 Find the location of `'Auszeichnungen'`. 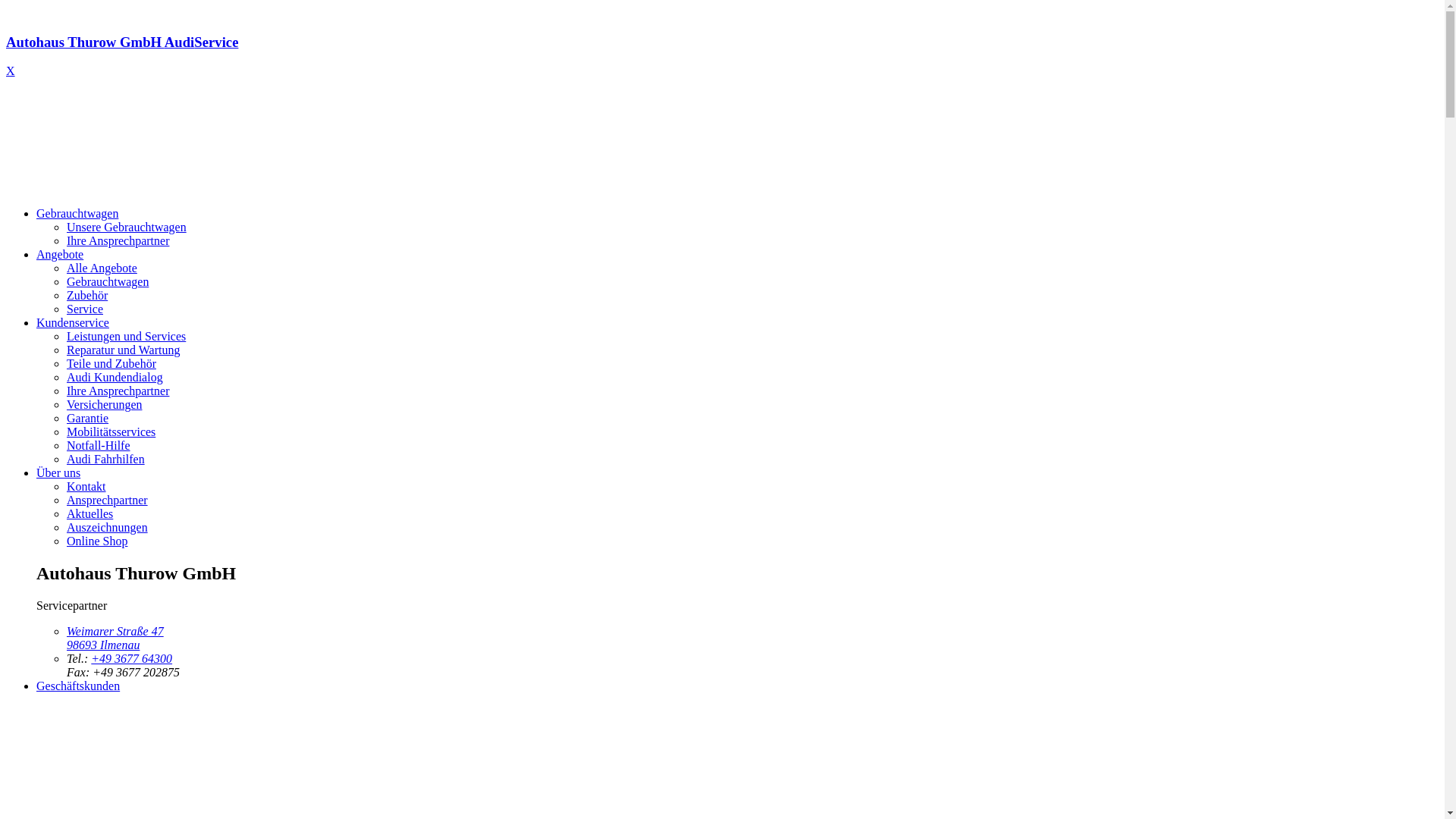

'Auszeichnungen' is located at coordinates (106, 526).